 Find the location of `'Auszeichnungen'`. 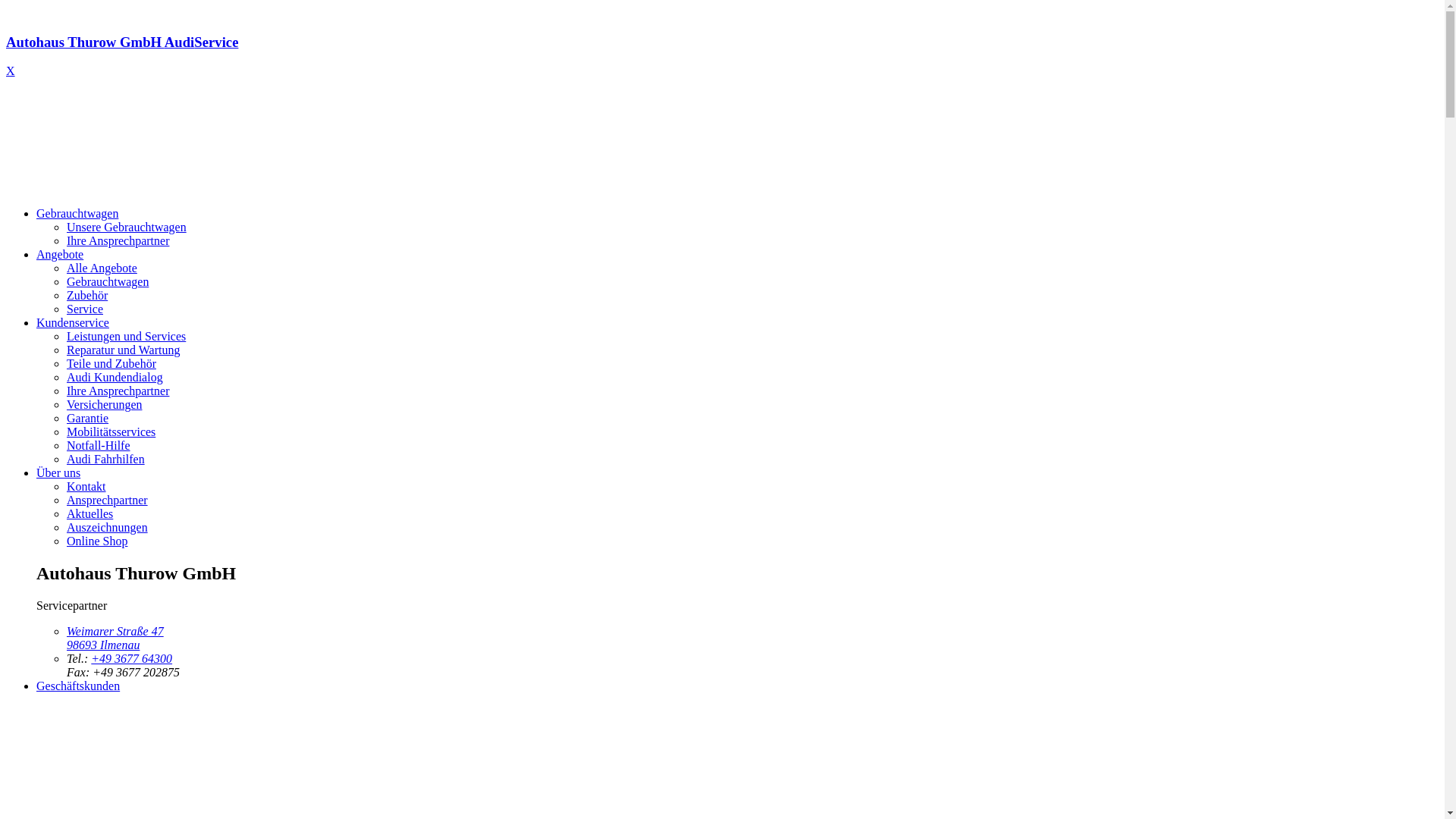

'Auszeichnungen' is located at coordinates (106, 526).